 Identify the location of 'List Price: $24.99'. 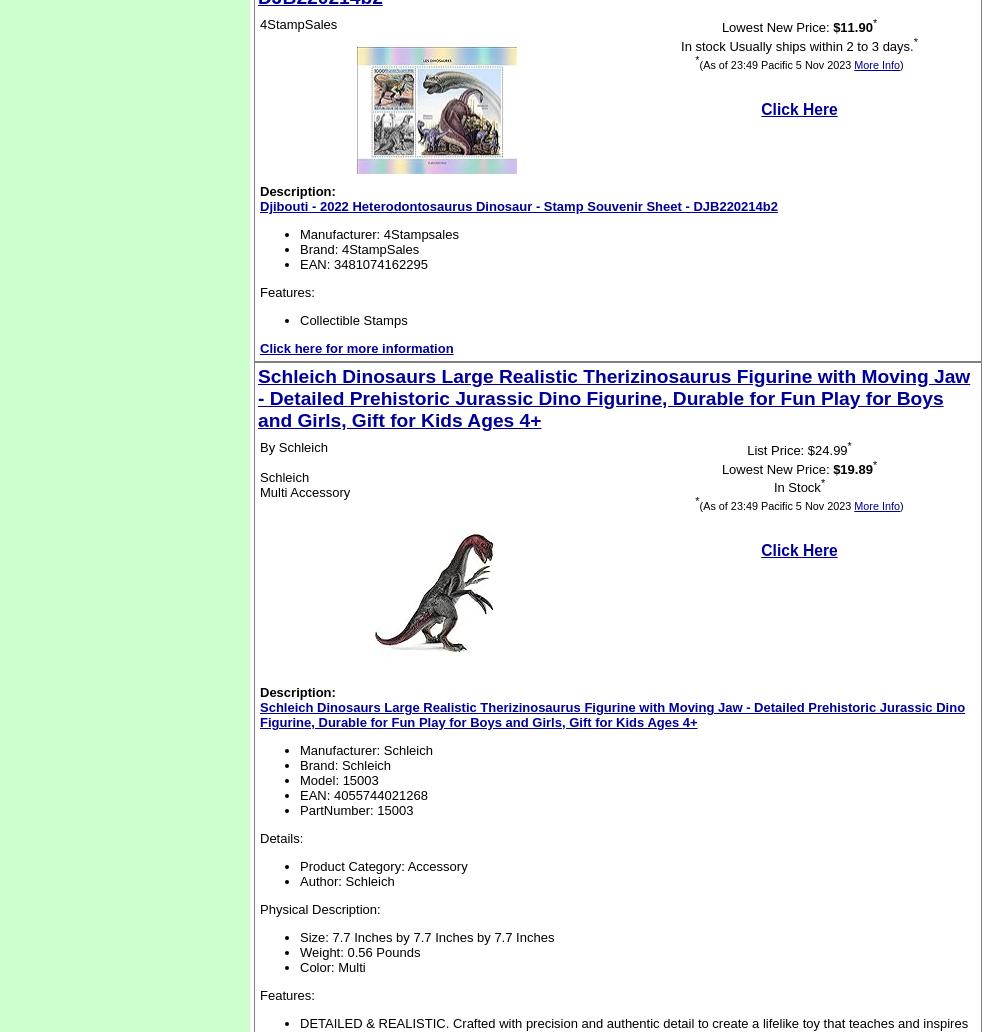
(796, 449).